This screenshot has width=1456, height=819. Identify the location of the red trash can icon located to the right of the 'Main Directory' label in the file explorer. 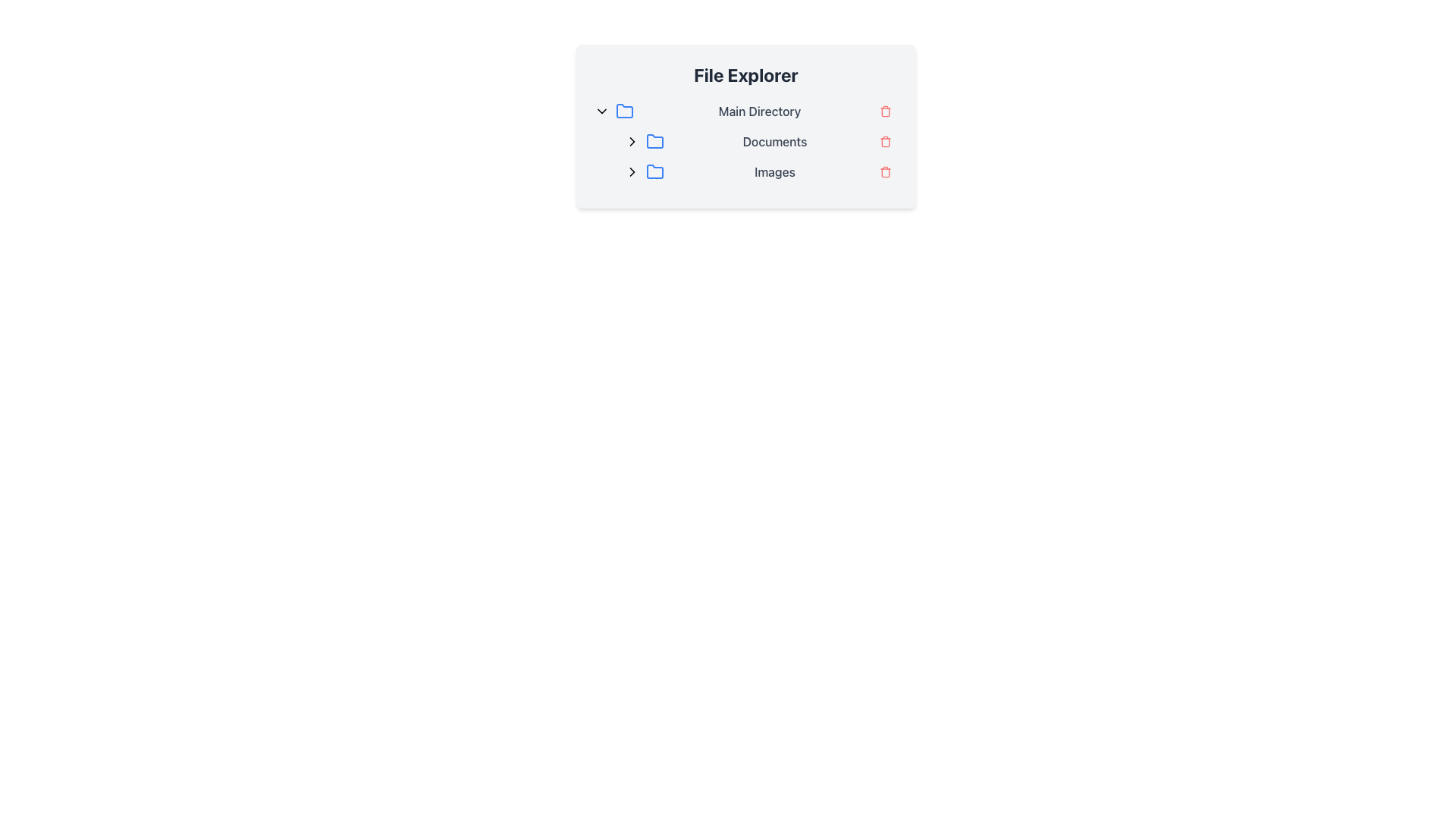
(885, 111).